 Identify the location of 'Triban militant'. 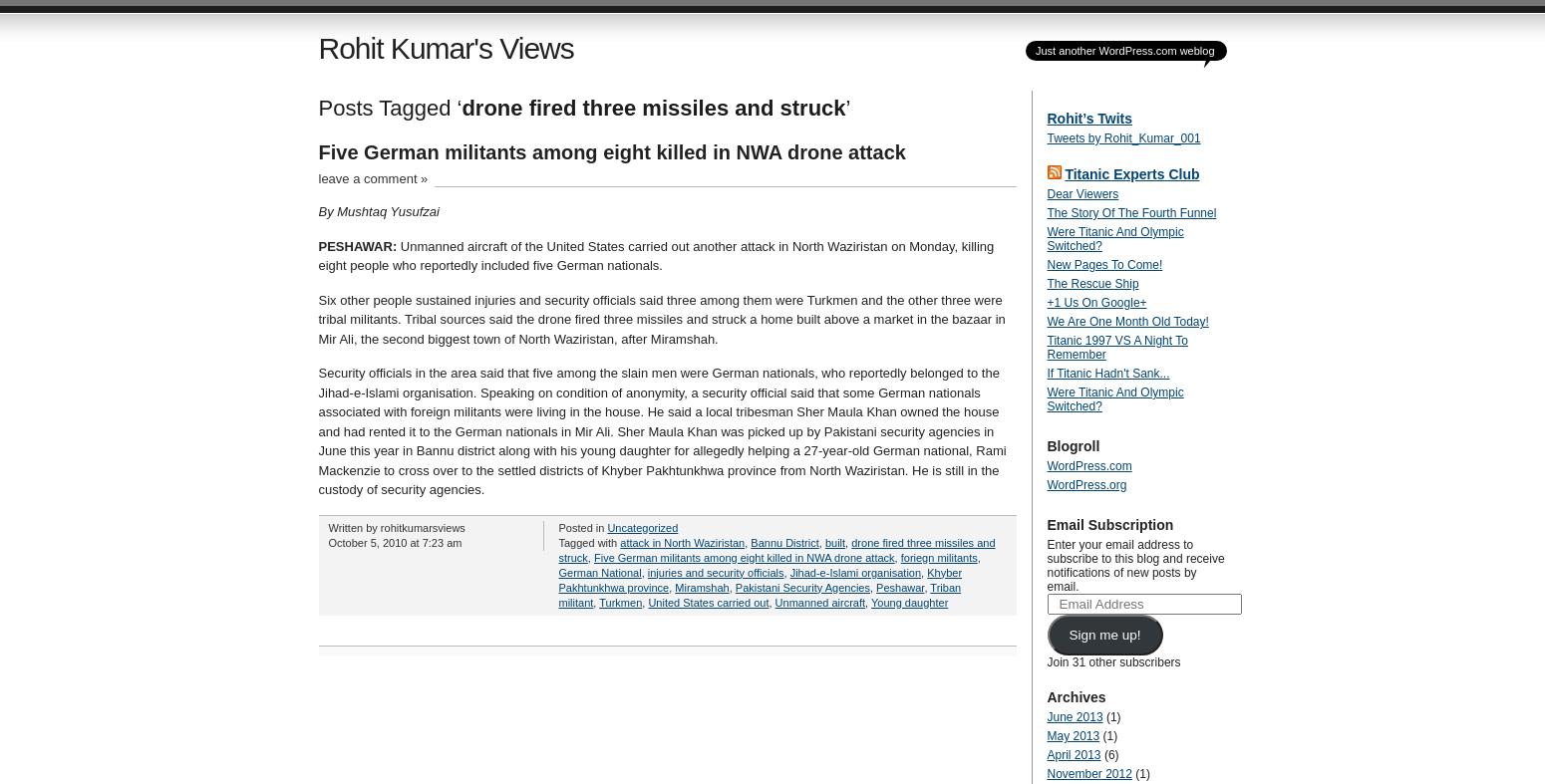
(558, 593).